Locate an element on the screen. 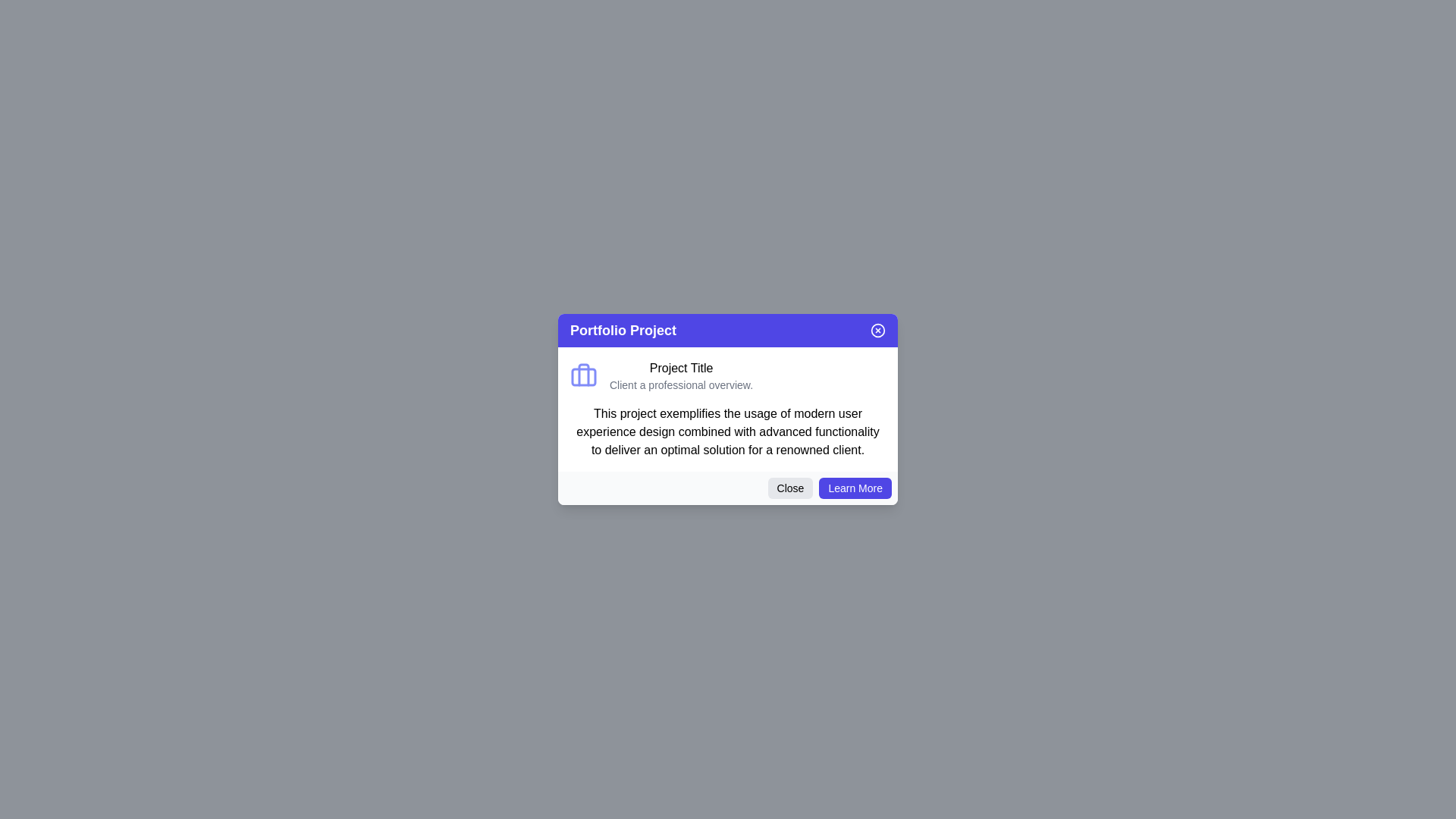 This screenshot has width=1456, height=819. informational text block located in the modal window below the 'Project Title' and its subtitle to gain project details is located at coordinates (728, 432).